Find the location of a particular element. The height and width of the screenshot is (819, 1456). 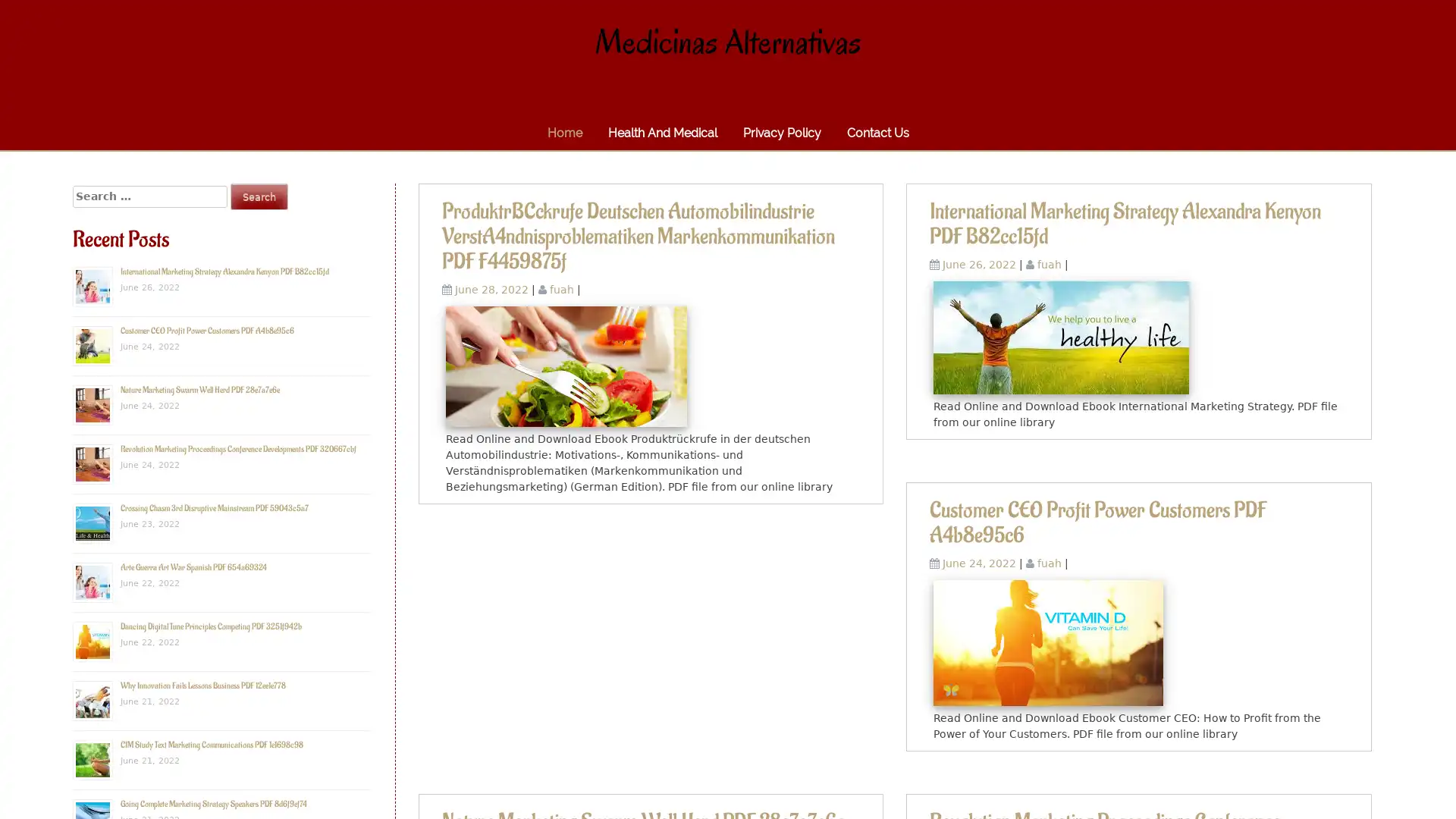

Search is located at coordinates (259, 196).